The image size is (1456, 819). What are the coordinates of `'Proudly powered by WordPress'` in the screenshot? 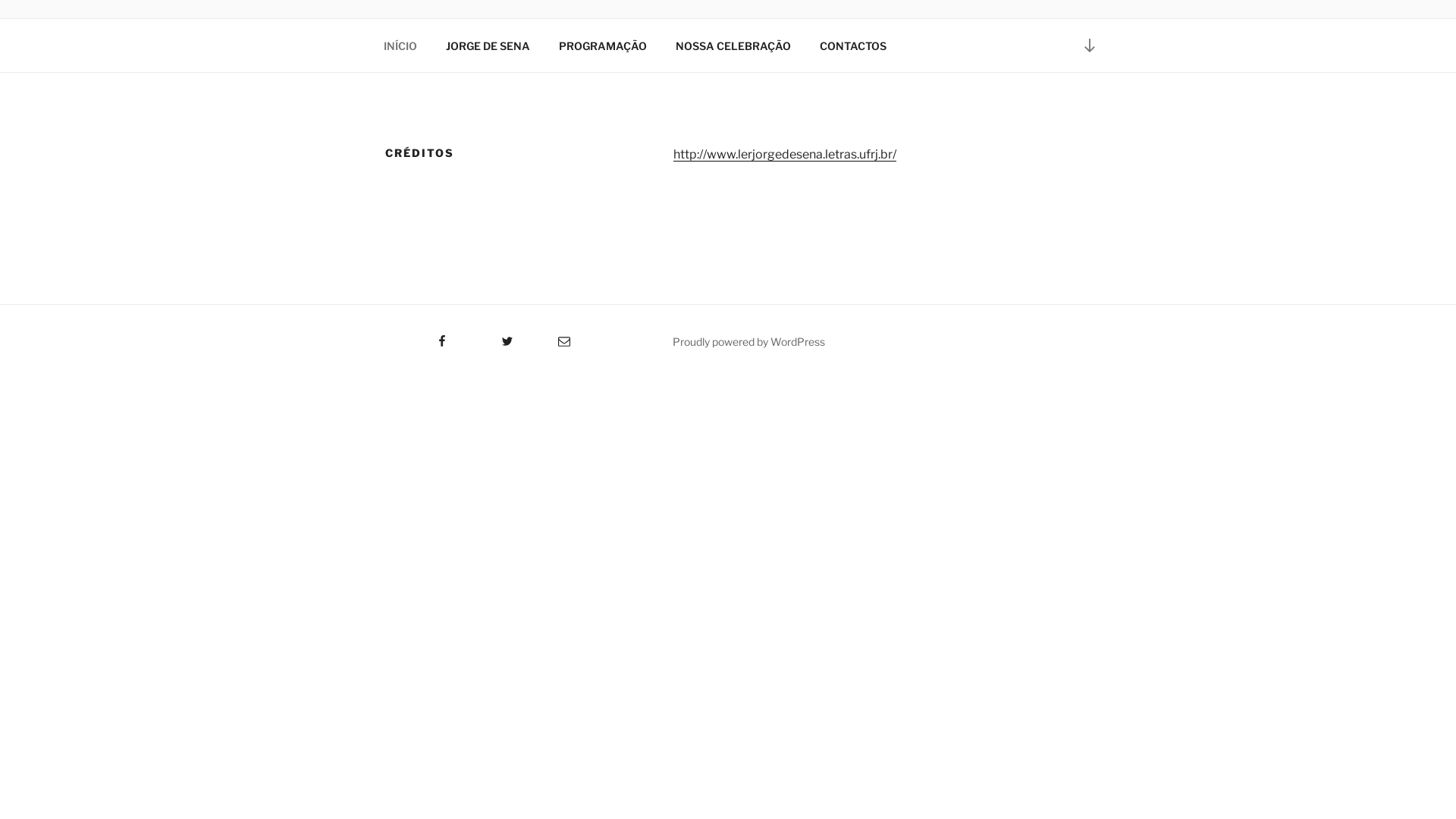 It's located at (748, 341).